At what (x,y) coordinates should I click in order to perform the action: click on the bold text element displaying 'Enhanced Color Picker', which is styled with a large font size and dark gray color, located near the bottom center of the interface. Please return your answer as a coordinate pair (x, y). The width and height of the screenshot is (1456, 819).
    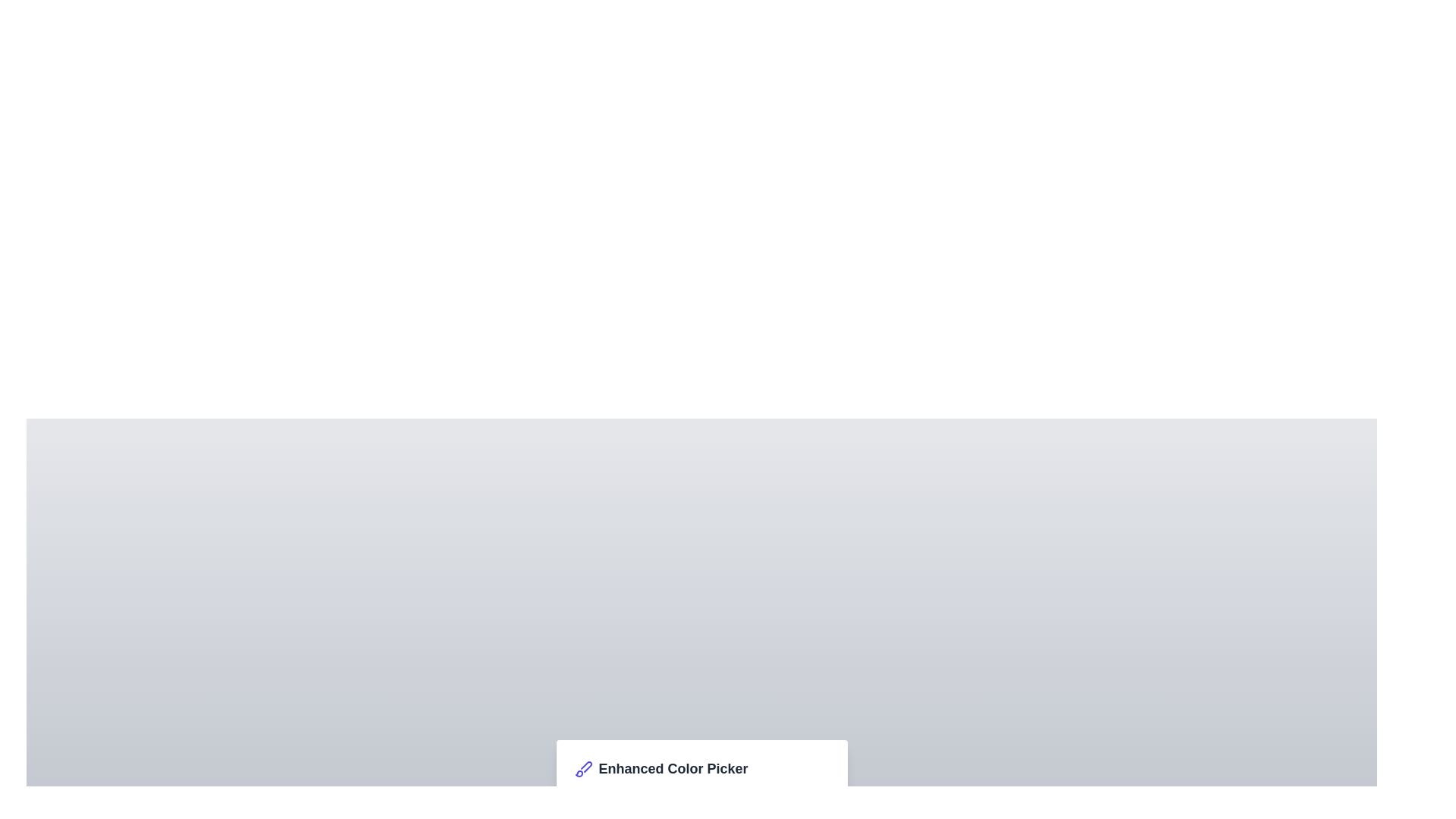
    Looking at the image, I should click on (673, 769).